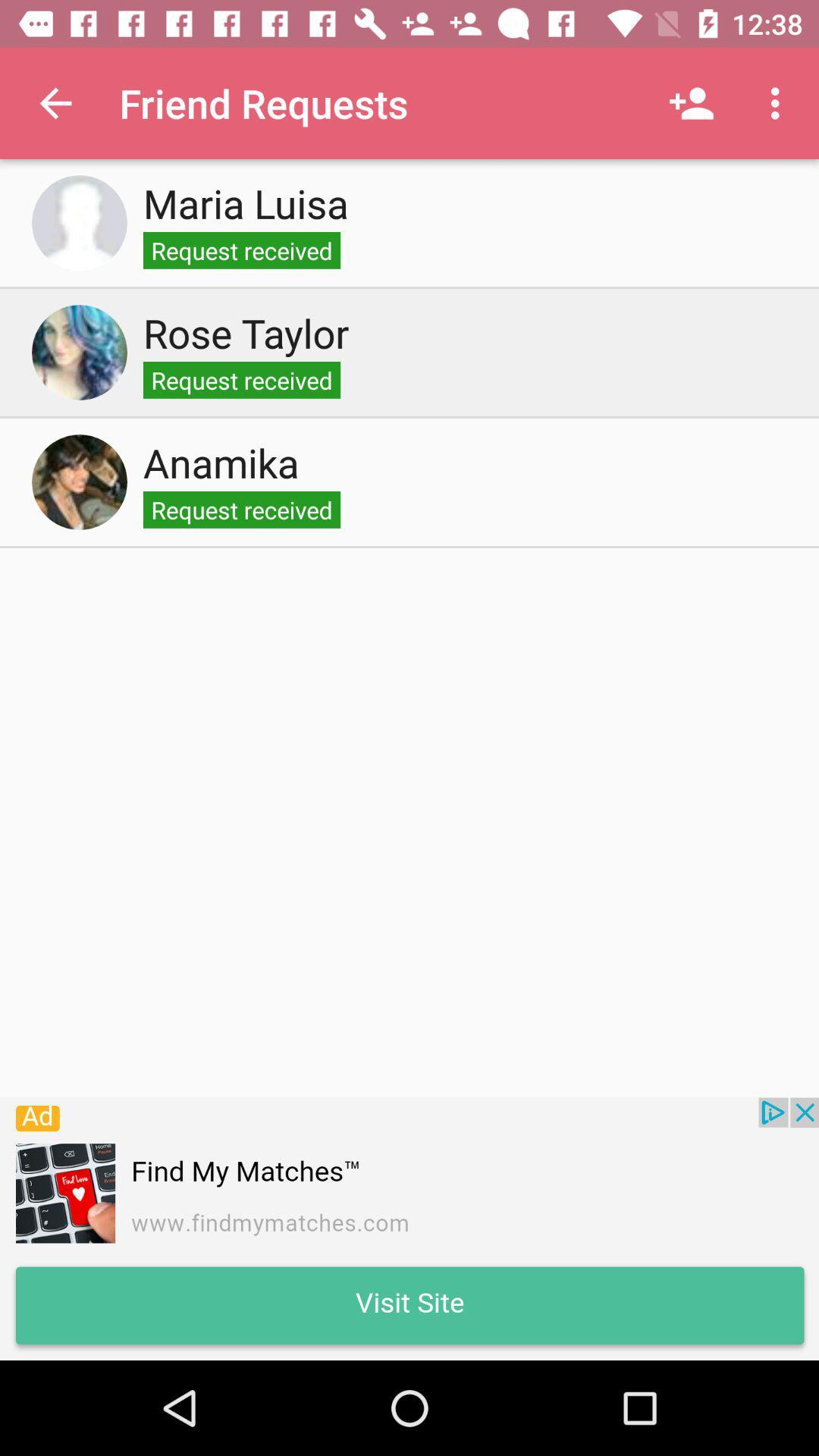  What do you see at coordinates (79, 482) in the screenshot?
I see `anamika` at bounding box center [79, 482].